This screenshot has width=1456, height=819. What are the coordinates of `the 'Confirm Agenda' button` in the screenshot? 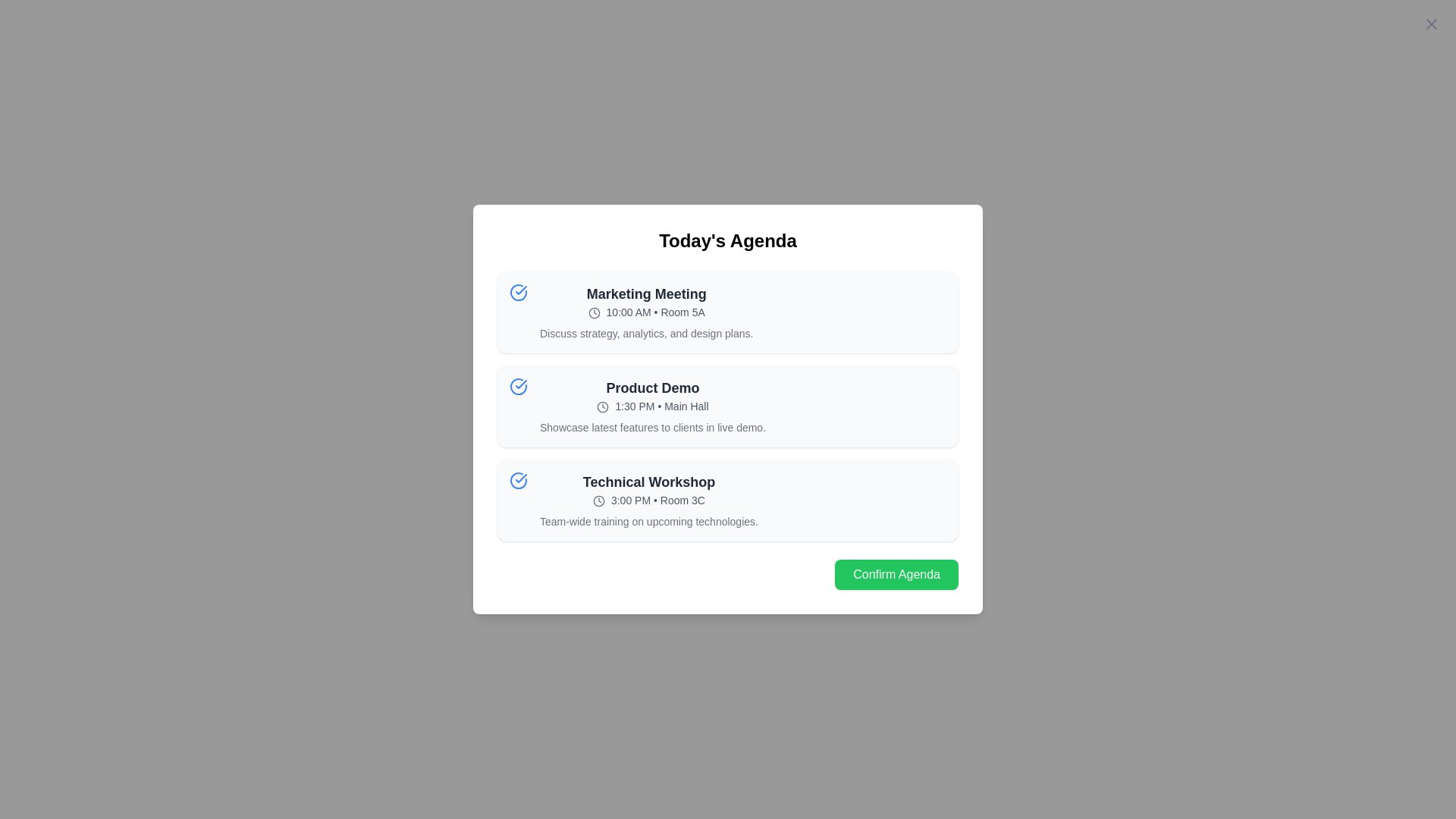 It's located at (896, 575).